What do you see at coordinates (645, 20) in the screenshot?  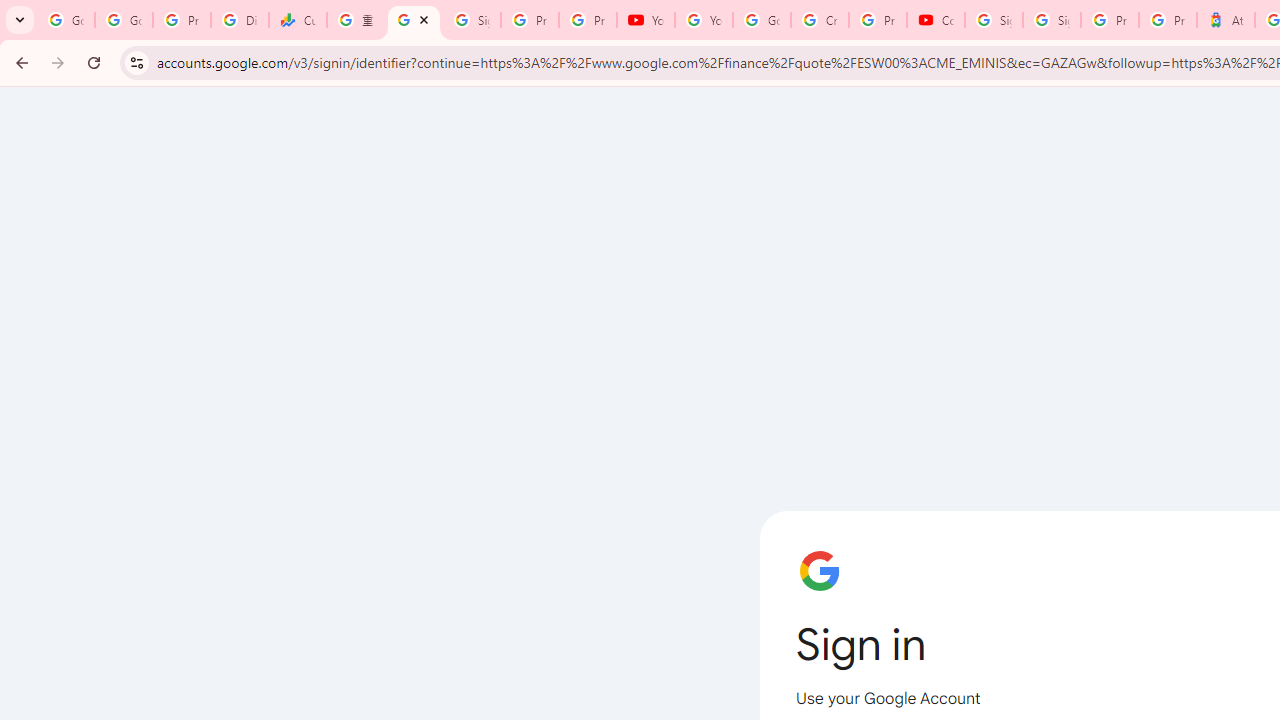 I see `'YouTube'` at bounding box center [645, 20].